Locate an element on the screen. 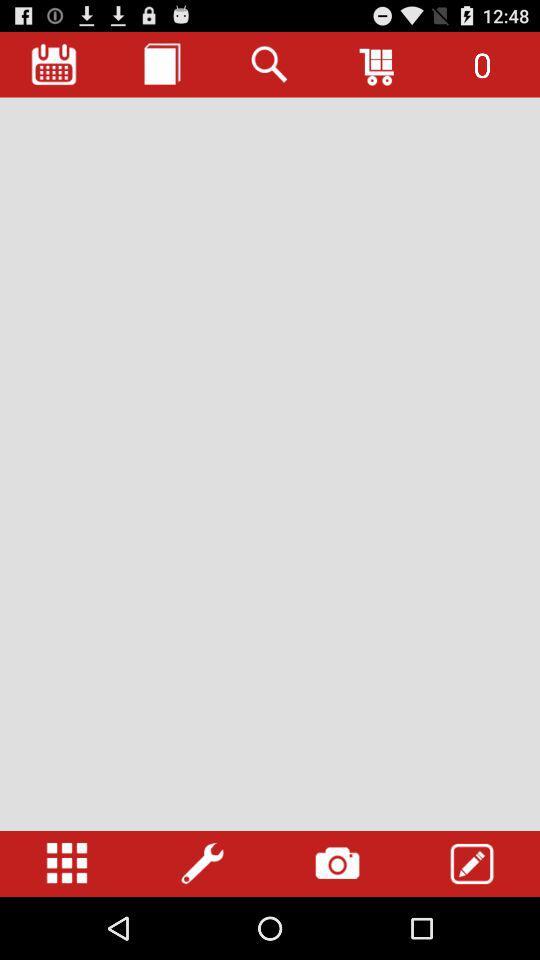 This screenshot has width=540, height=960. access phone 's camera is located at coordinates (337, 863).